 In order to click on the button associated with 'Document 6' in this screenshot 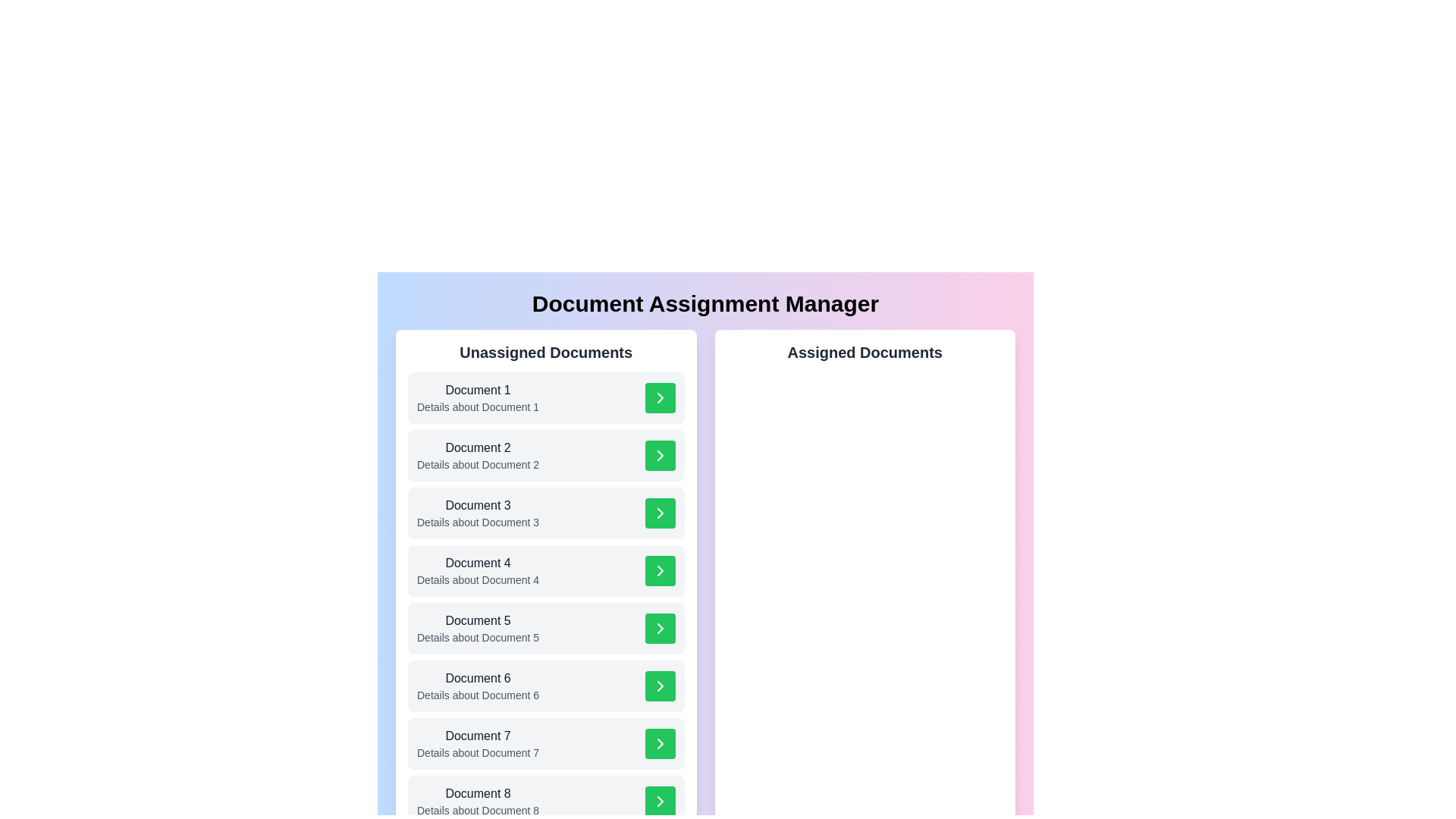, I will do `click(660, 686)`.